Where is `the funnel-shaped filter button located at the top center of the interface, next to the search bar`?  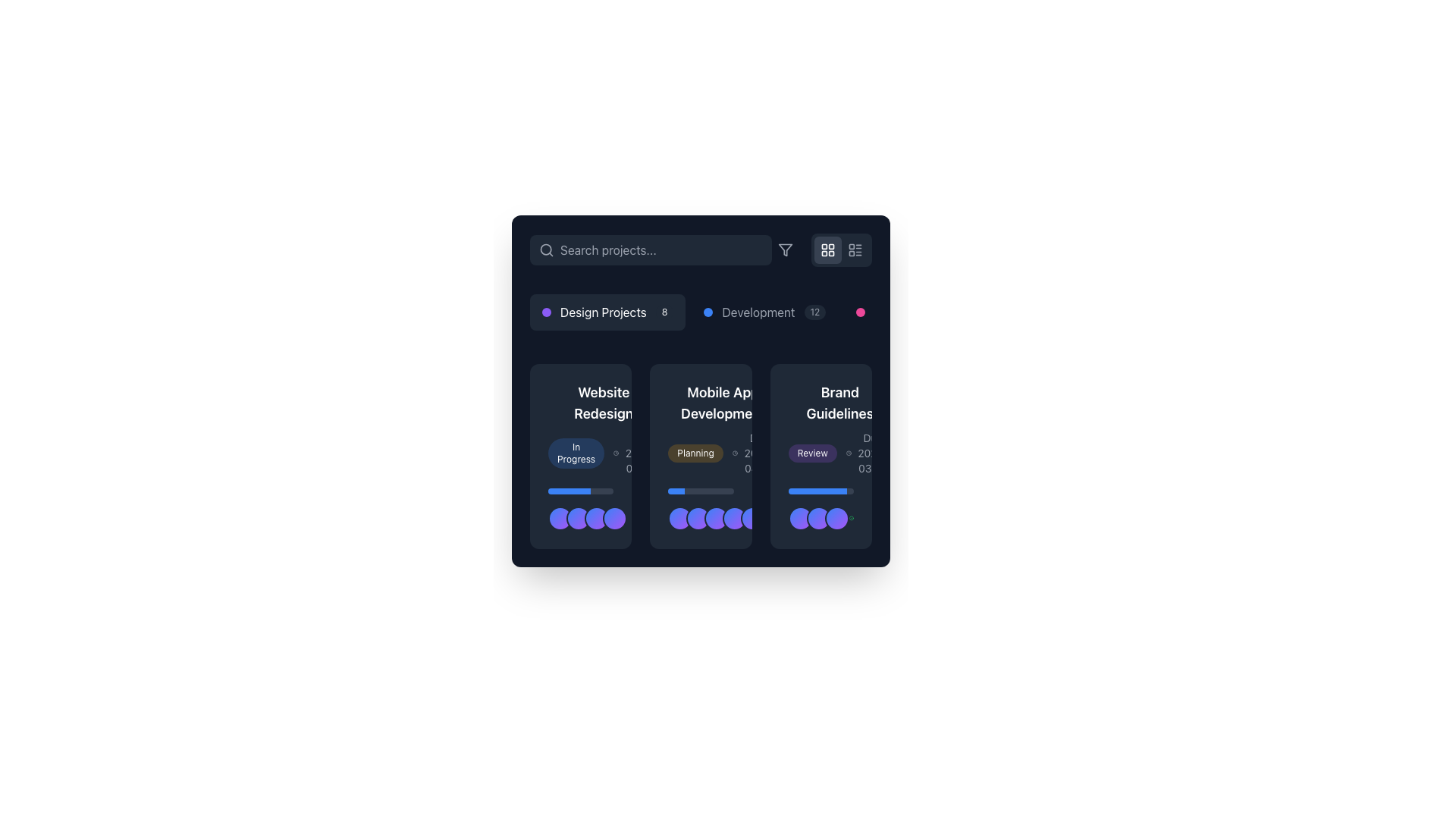
the funnel-shaped filter button located at the top center of the interface, next to the search bar is located at coordinates (786, 249).